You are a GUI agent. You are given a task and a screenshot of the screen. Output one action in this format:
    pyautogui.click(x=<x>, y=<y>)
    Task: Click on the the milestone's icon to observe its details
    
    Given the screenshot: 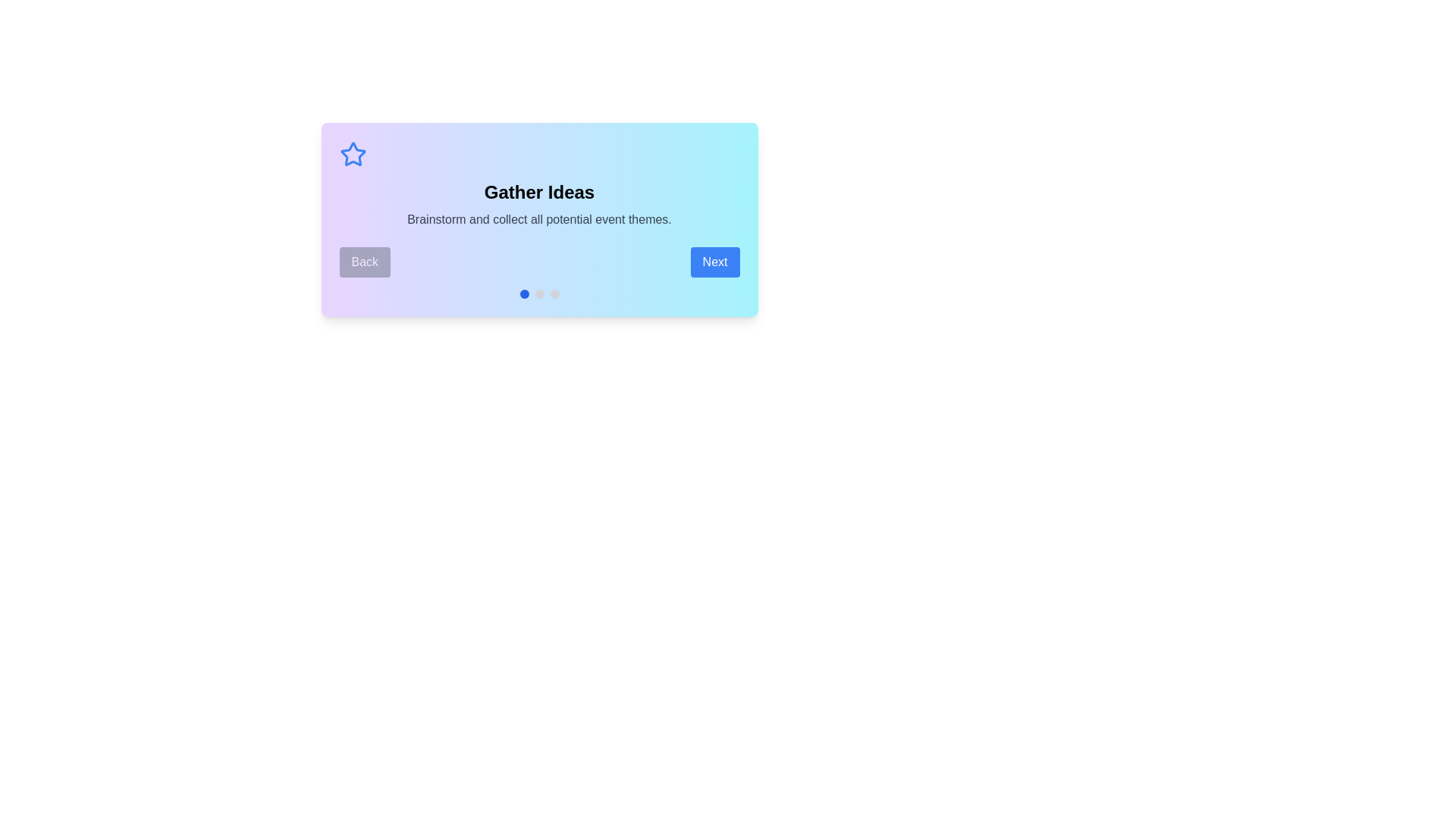 What is the action you would take?
    pyautogui.click(x=352, y=155)
    